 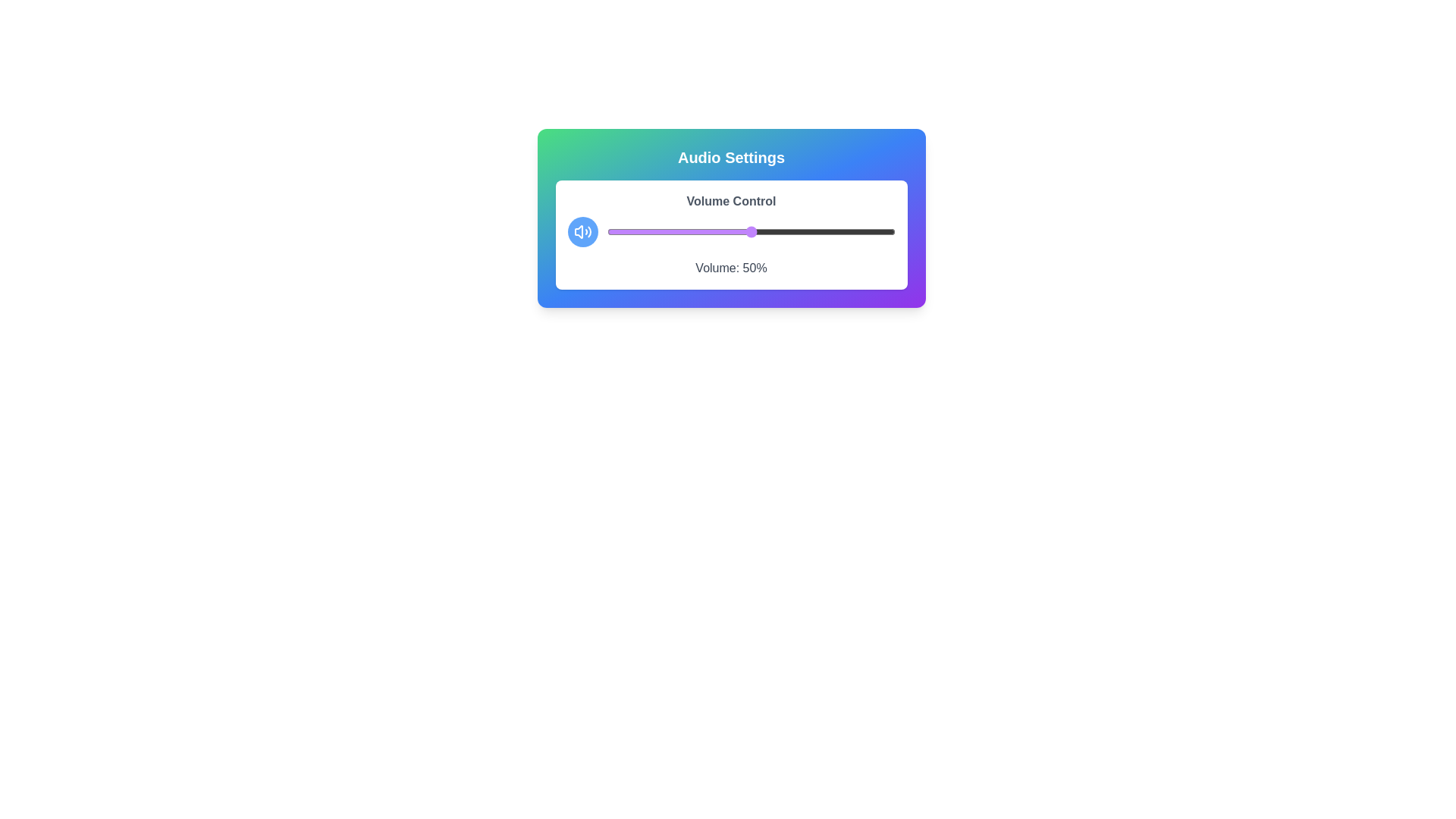 I want to click on volume slider, so click(x=704, y=231).